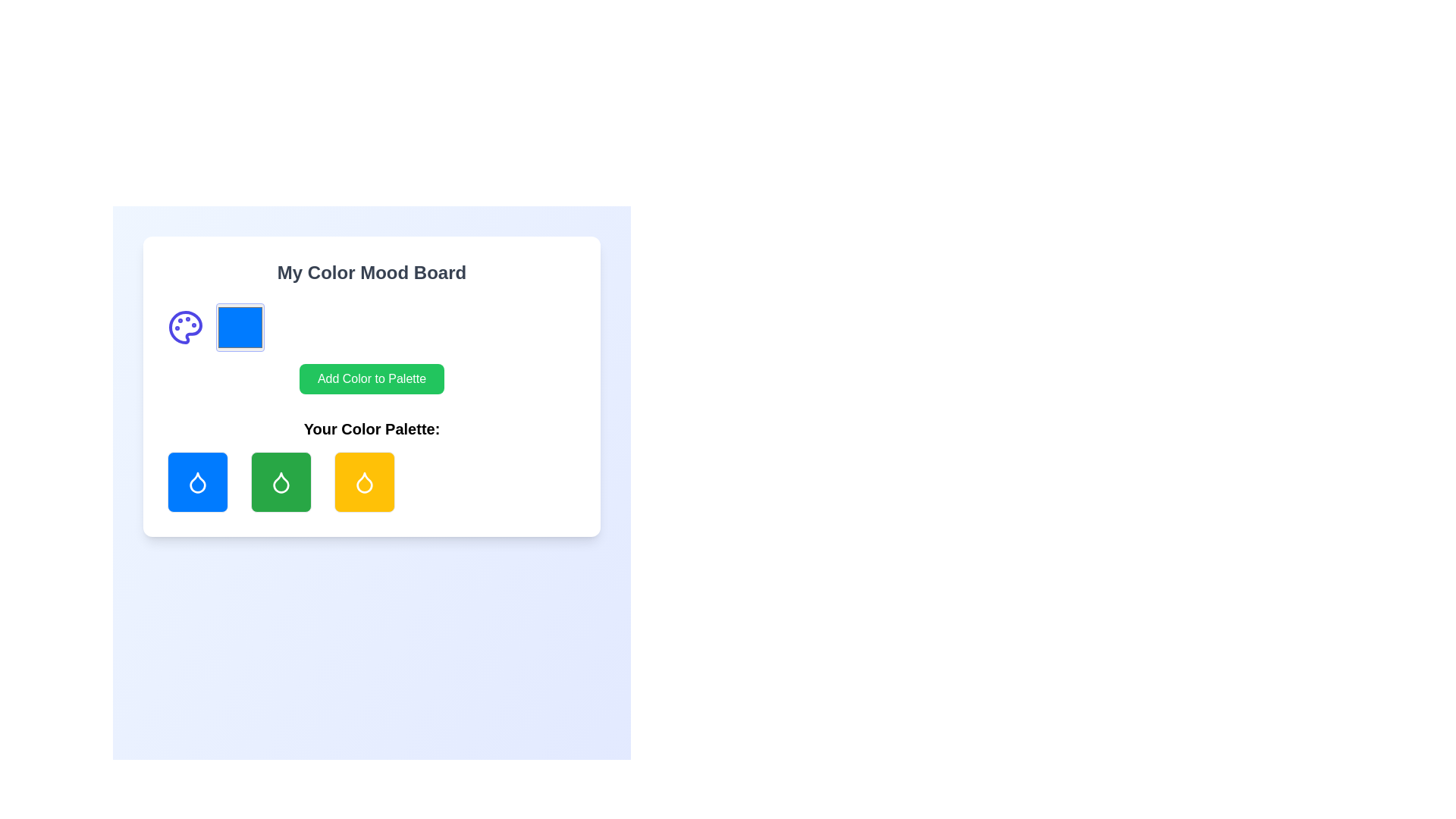  What do you see at coordinates (281, 482) in the screenshot?
I see `the middle green droplet icon in the color palette` at bounding box center [281, 482].